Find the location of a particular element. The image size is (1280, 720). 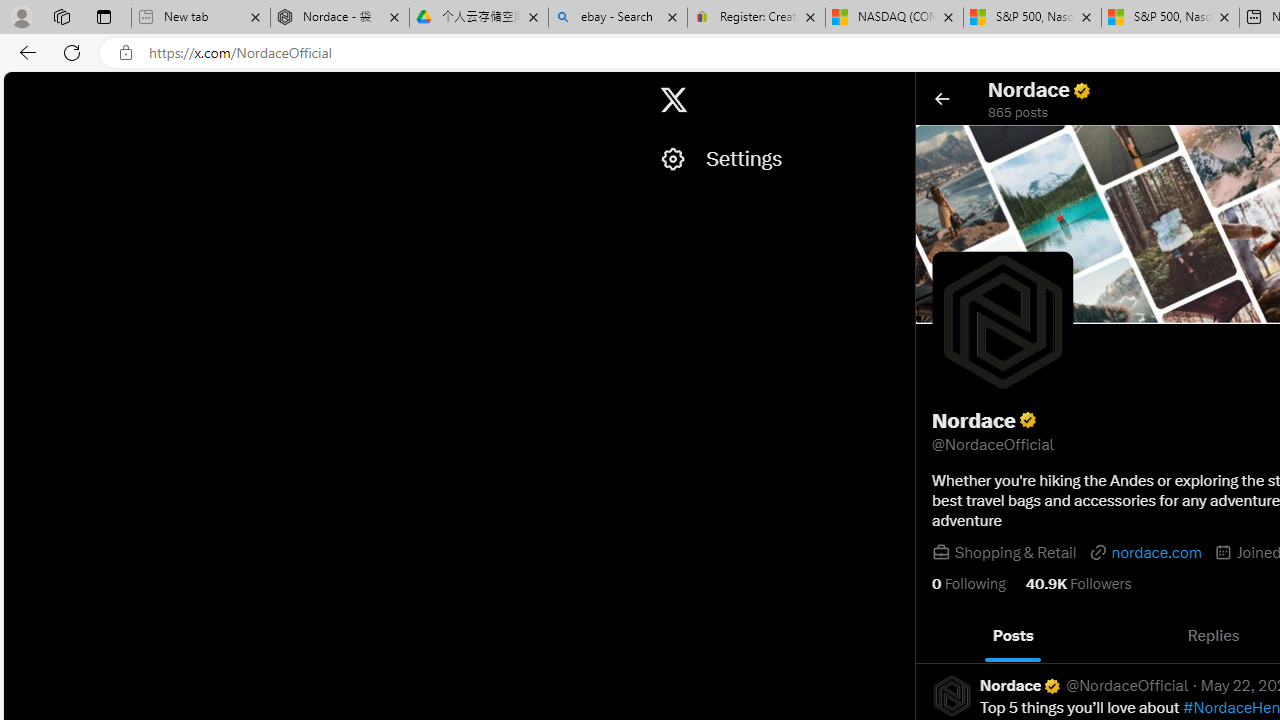

'Settings' is located at coordinates (776, 158).